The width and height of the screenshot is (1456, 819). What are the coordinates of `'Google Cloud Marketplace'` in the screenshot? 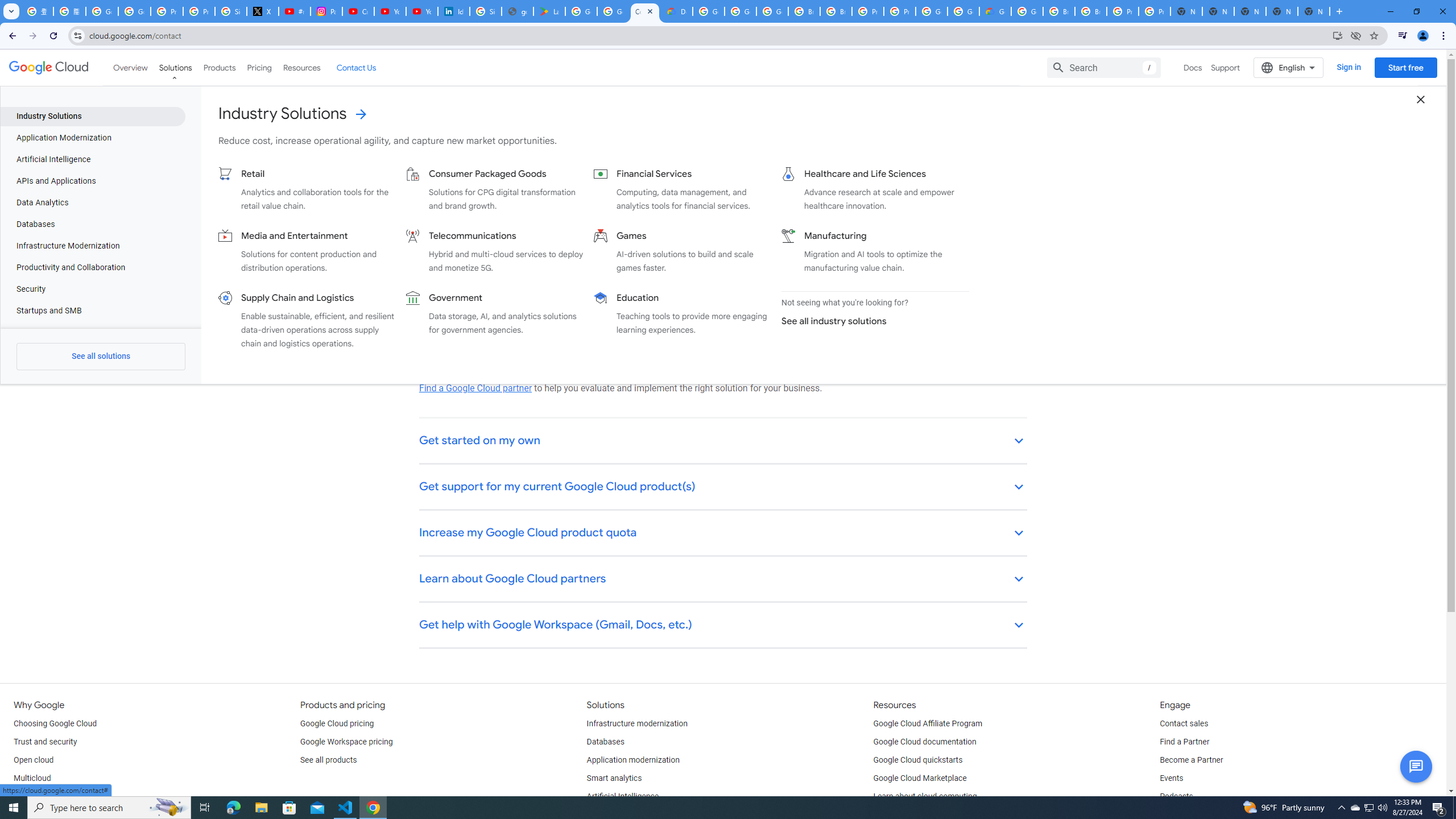 It's located at (920, 778).